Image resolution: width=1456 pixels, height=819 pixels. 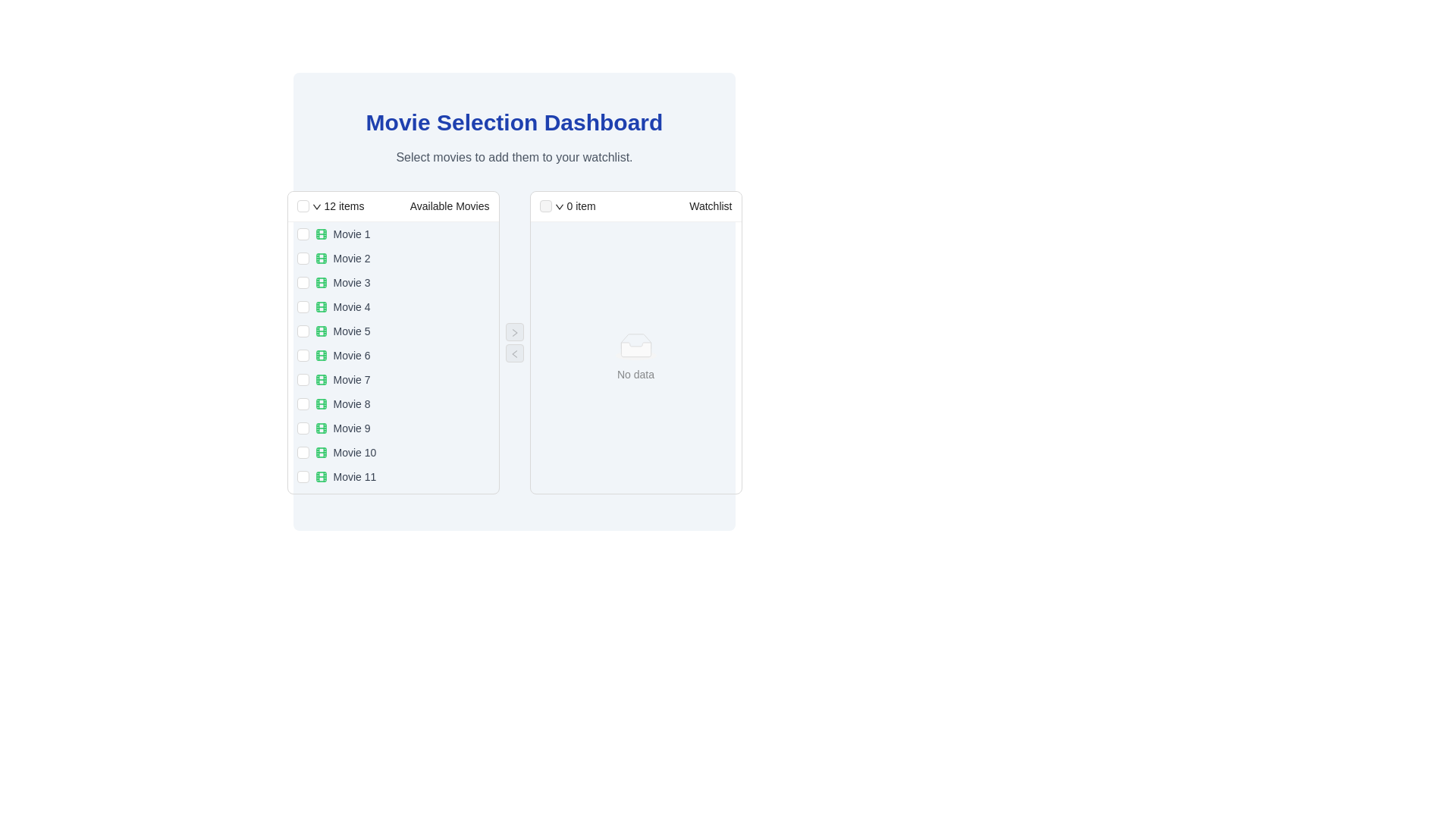 What do you see at coordinates (351, 283) in the screenshot?
I see `the text label displaying 'Movie 3', which is the third item in the 'Available Movies' list, positioned next to a green icon` at bounding box center [351, 283].